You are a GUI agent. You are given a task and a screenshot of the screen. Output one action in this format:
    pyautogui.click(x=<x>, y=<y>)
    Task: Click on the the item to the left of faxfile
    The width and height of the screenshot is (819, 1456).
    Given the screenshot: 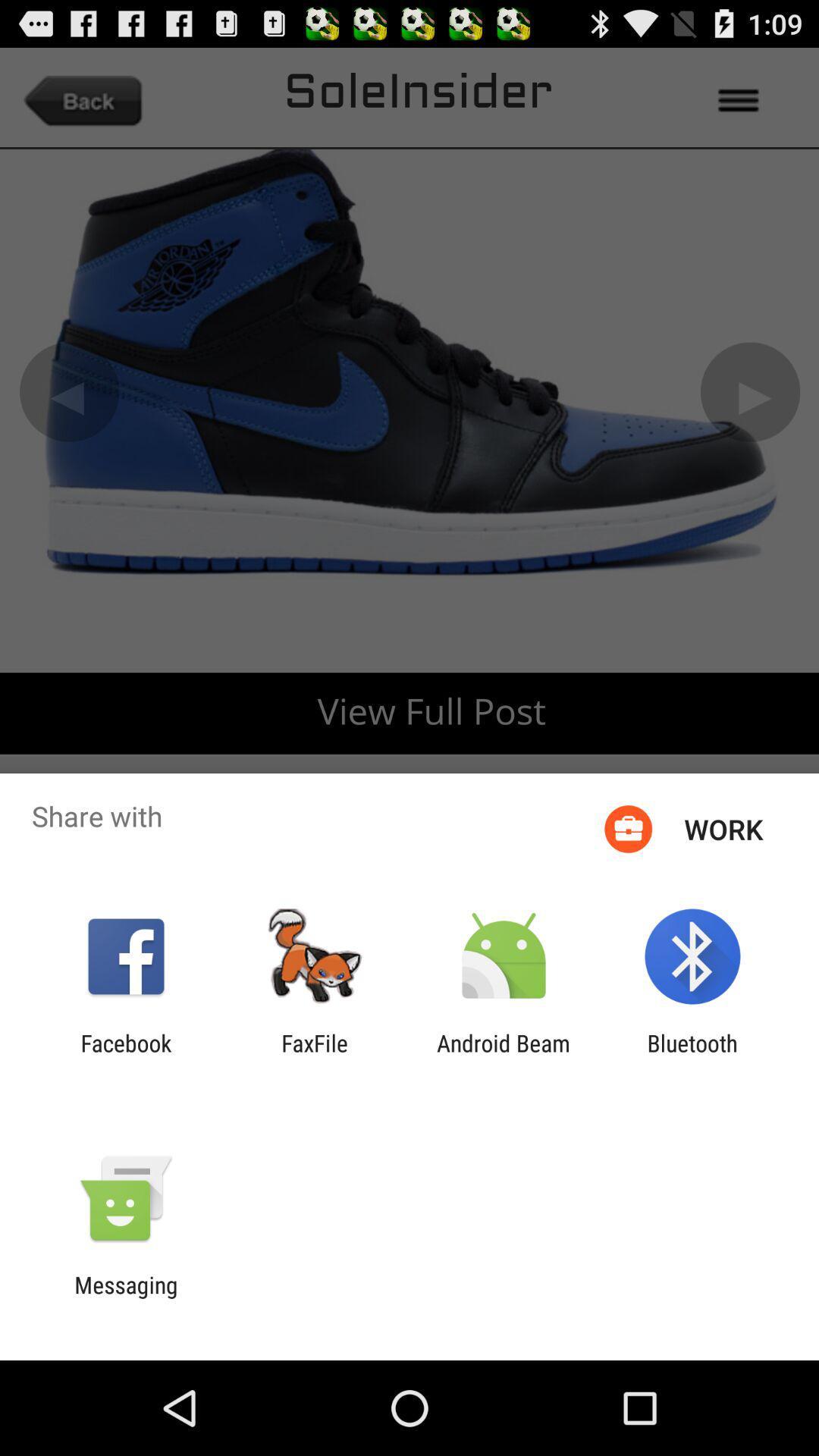 What is the action you would take?
    pyautogui.click(x=125, y=1056)
    